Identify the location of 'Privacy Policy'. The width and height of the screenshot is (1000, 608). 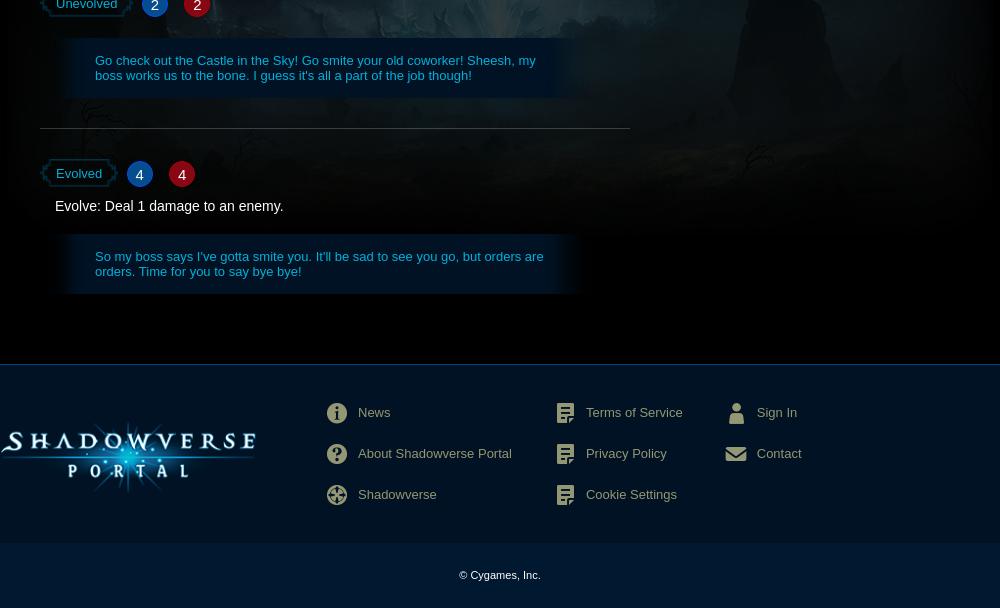
(625, 452).